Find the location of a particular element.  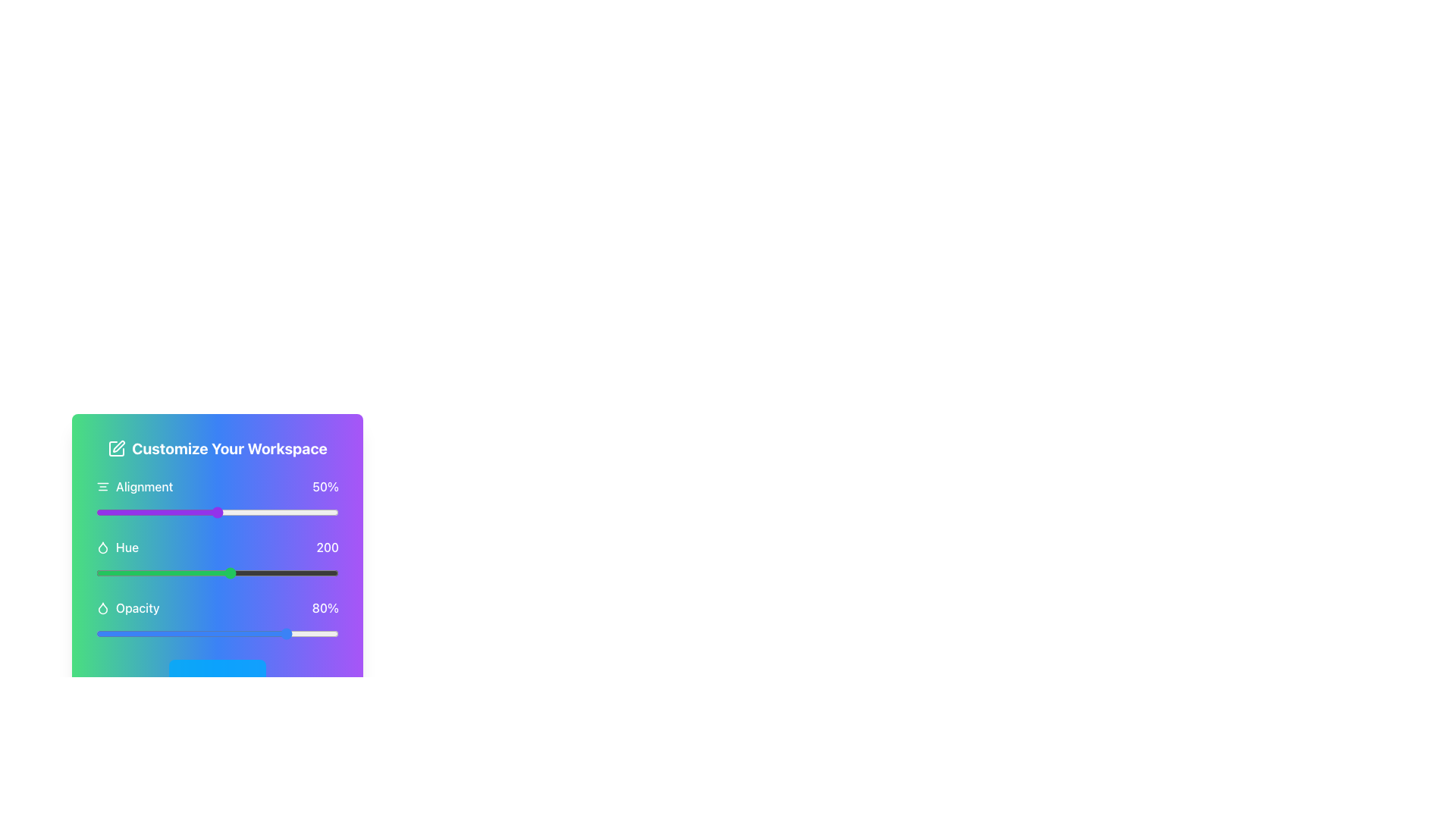

the opacity slider is located at coordinates (287, 634).